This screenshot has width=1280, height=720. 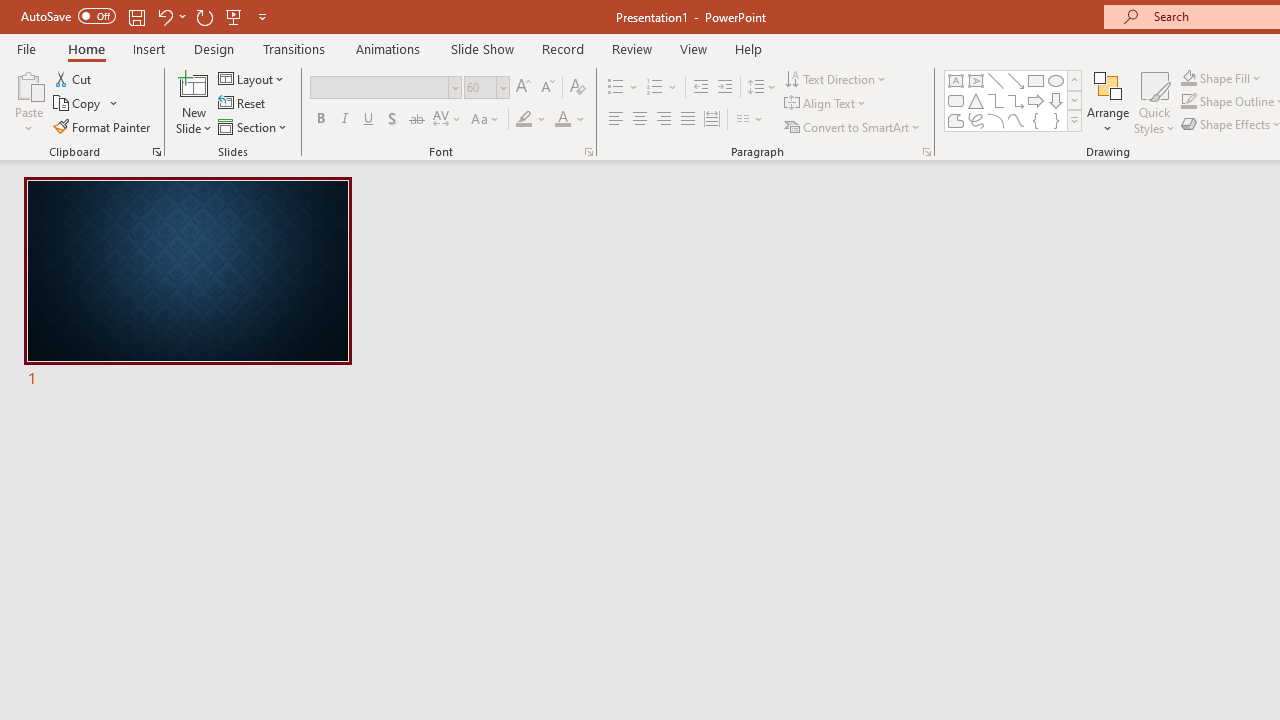 What do you see at coordinates (522, 86) in the screenshot?
I see `'Increase Font Size'` at bounding box center [522, 86].